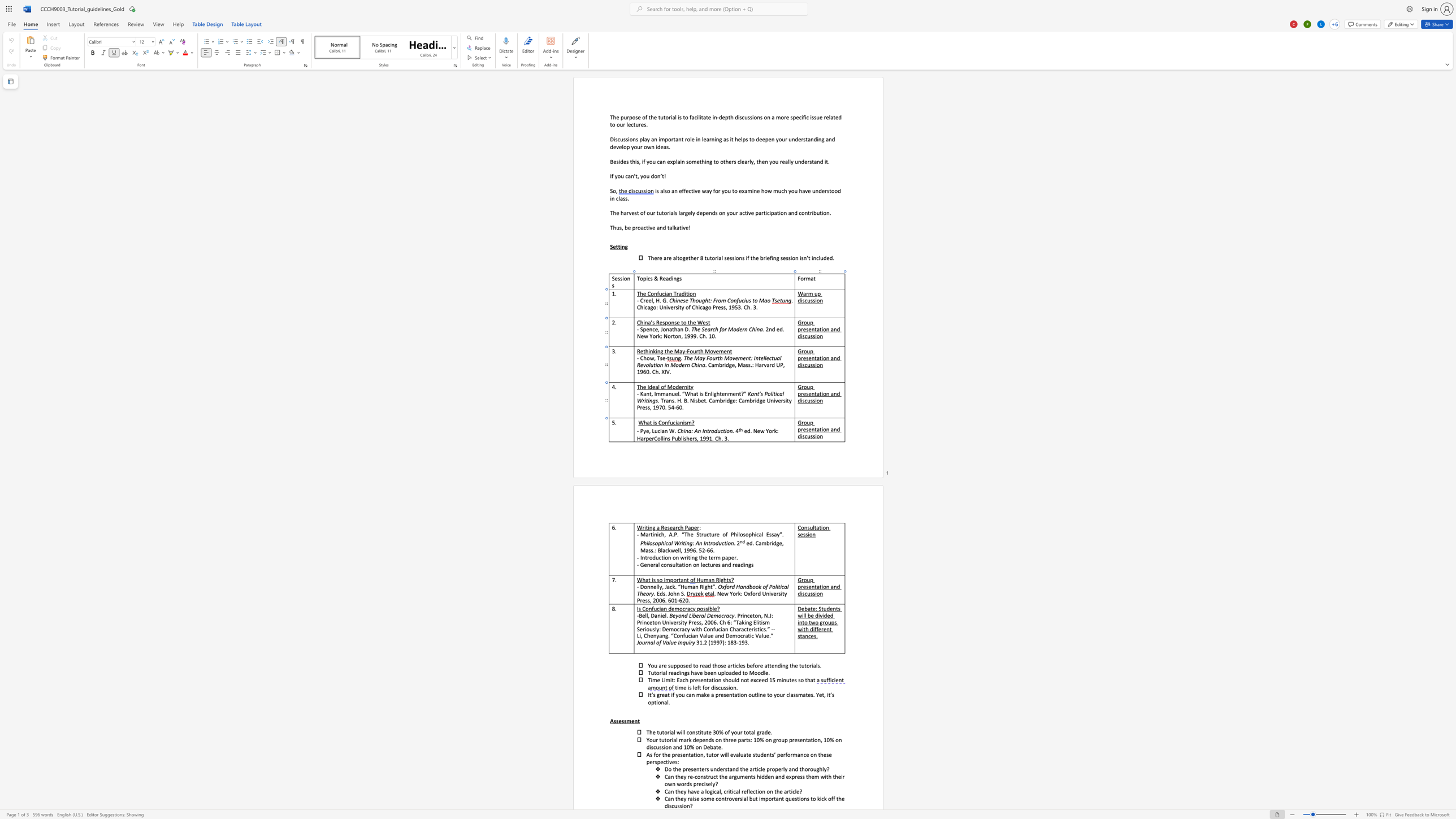  What do you see at coordinates (652, 400) in the screenshot?
I see `the space between the continuous character "n" and "g" in the text` at bounding box center [652, 400].